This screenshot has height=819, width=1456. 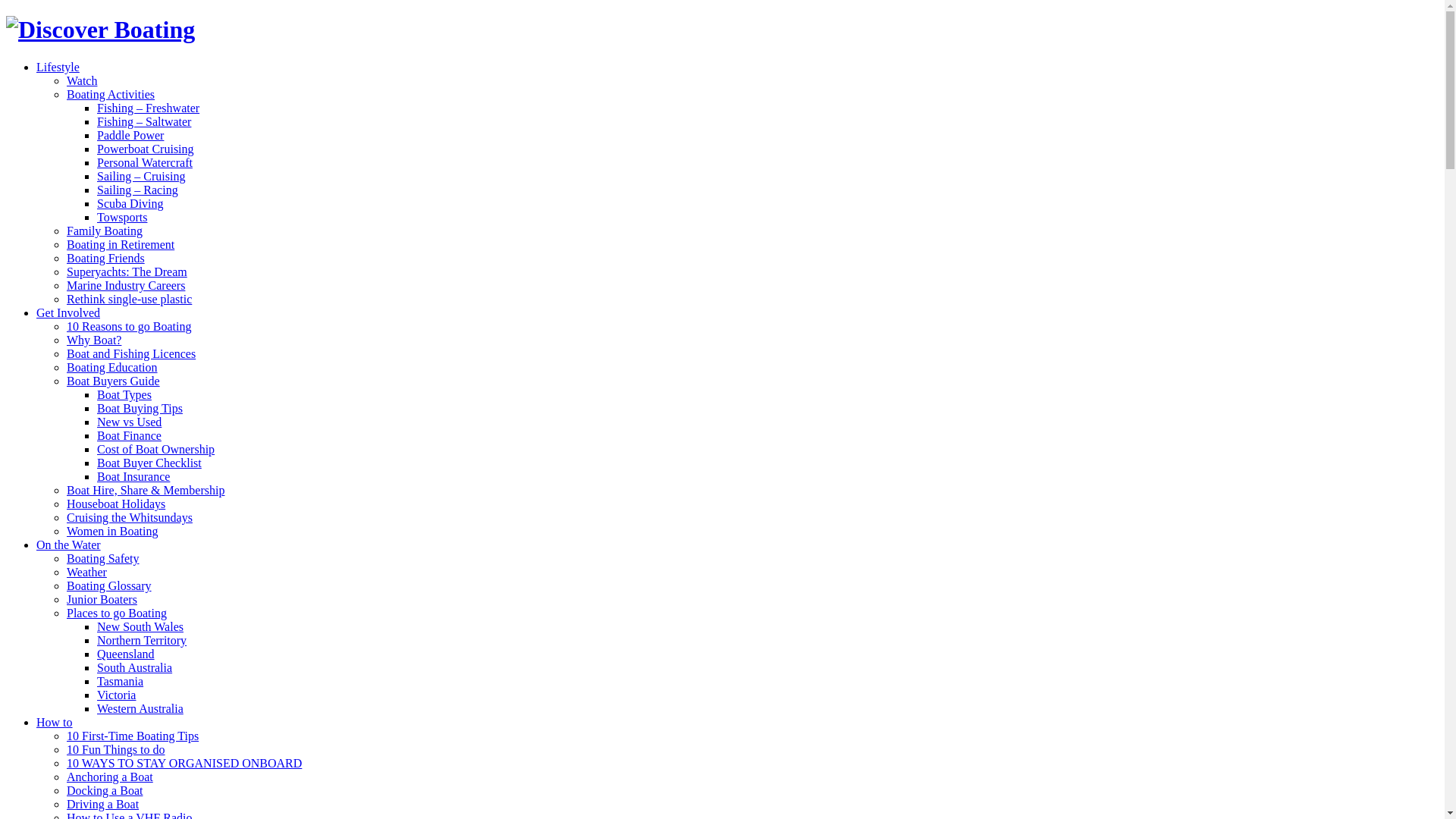 What do you see at coordinates (155, 448) in the screenshot?
I see `'Cost of Boat Ownership'` at bounding box center [155, 448].